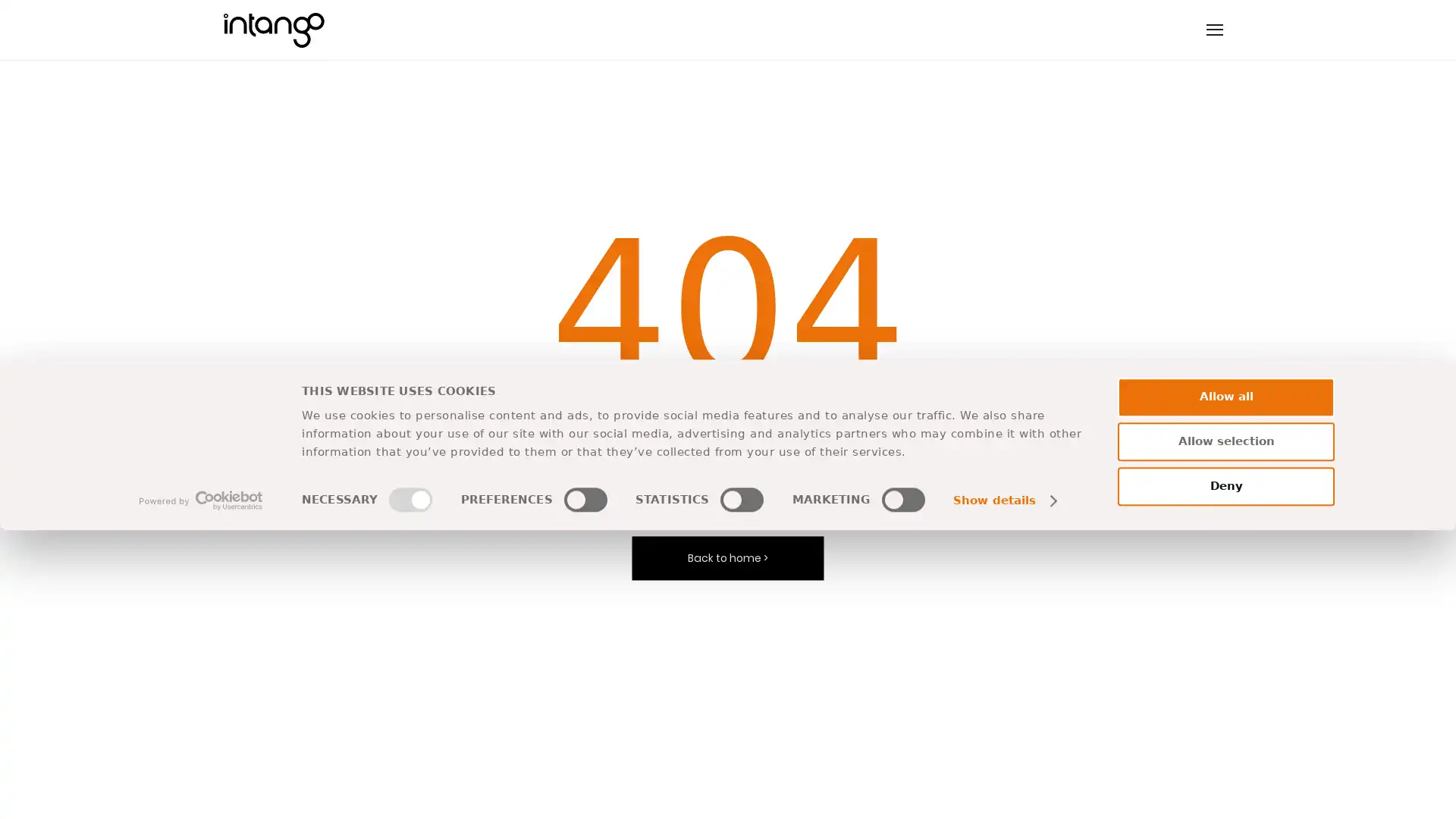 Image resolution: width=1456 pixels, height=819 pixels. I want to click on Allow all, so click(1226, 686).